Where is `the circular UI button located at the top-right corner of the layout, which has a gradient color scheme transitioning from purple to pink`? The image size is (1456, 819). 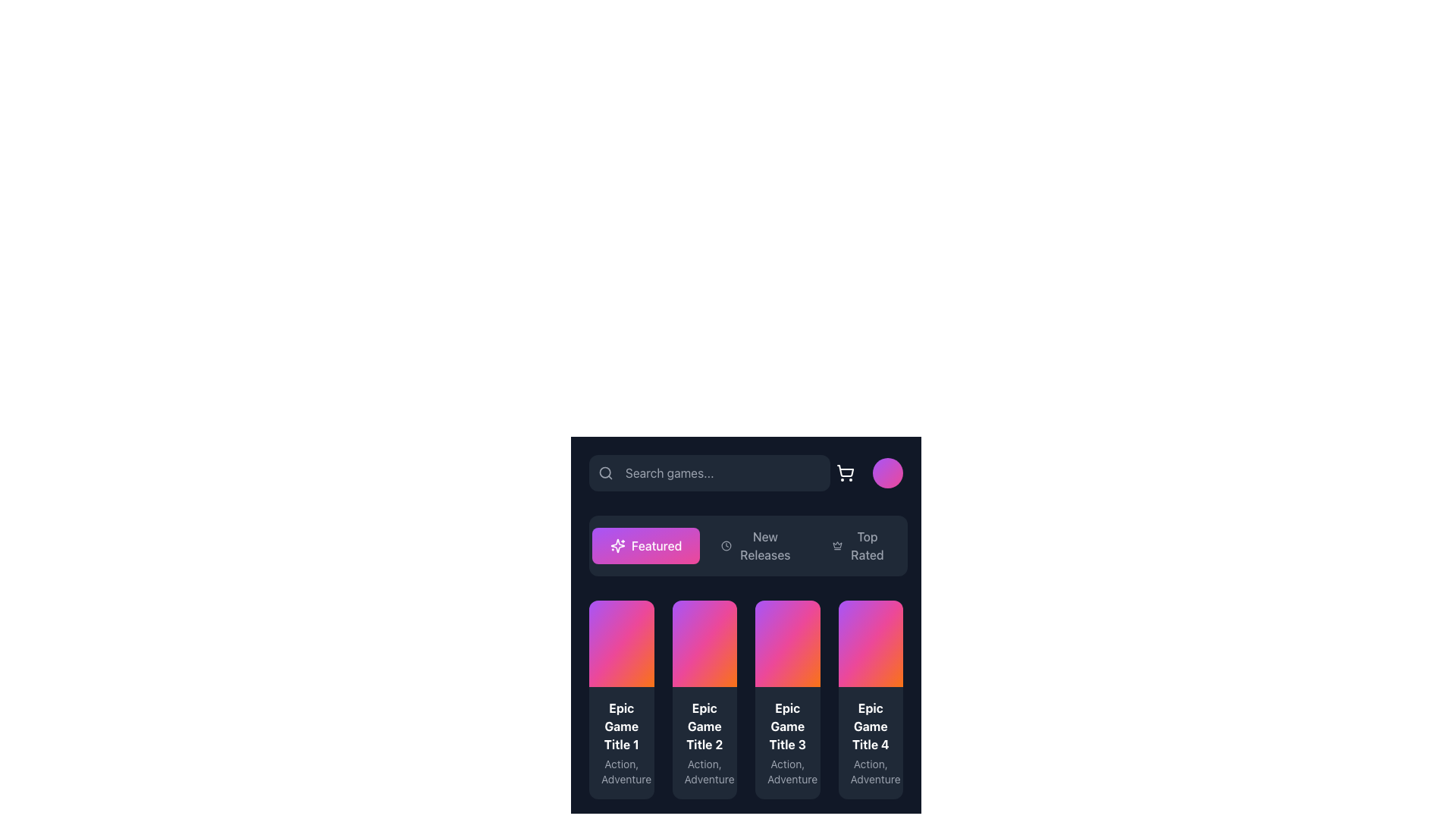 the circular UI button located at the top-right corner of the layout, which has a gradient color scheme transitioning from purple to pink is located at coordinates (888, 472).